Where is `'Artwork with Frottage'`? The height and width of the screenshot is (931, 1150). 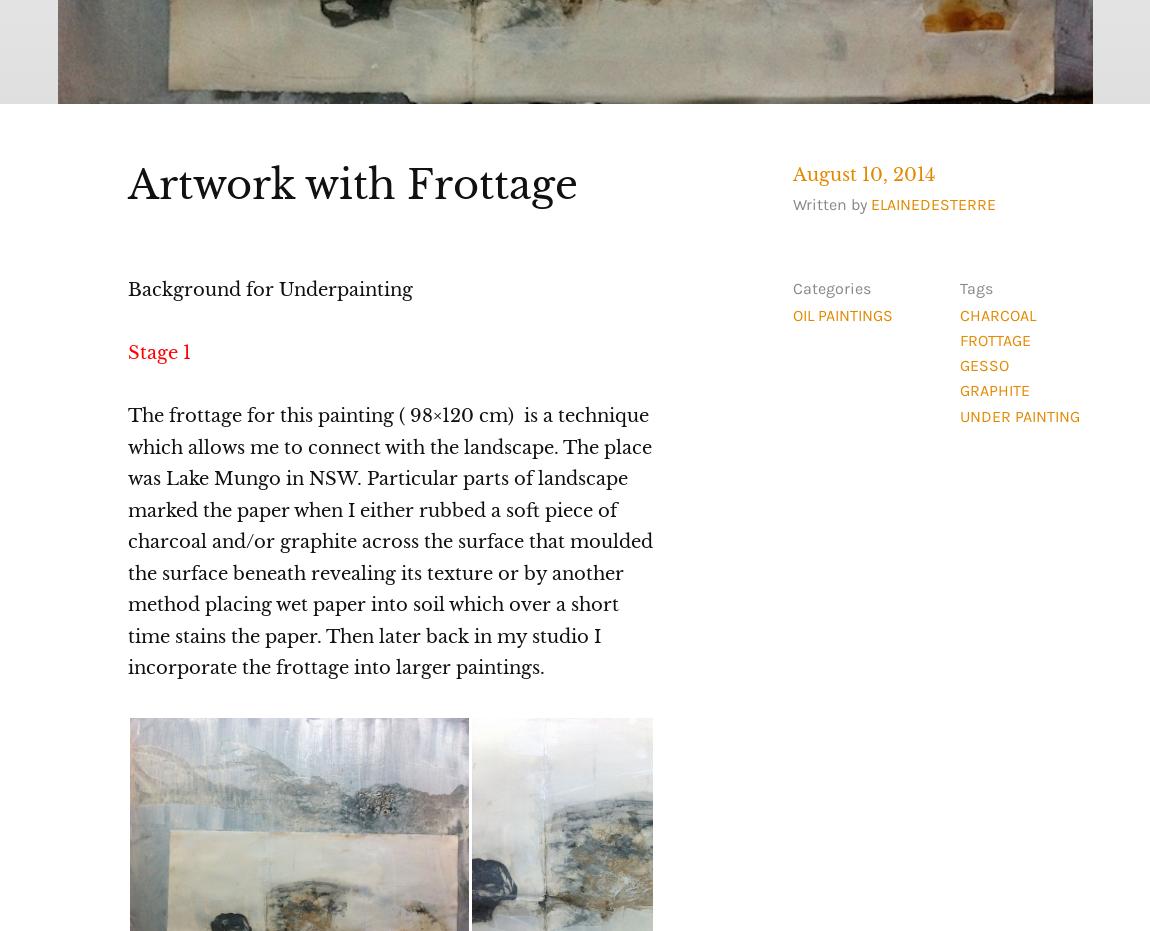
'Artwork with Frottage' is located at coordinates (352, 182).